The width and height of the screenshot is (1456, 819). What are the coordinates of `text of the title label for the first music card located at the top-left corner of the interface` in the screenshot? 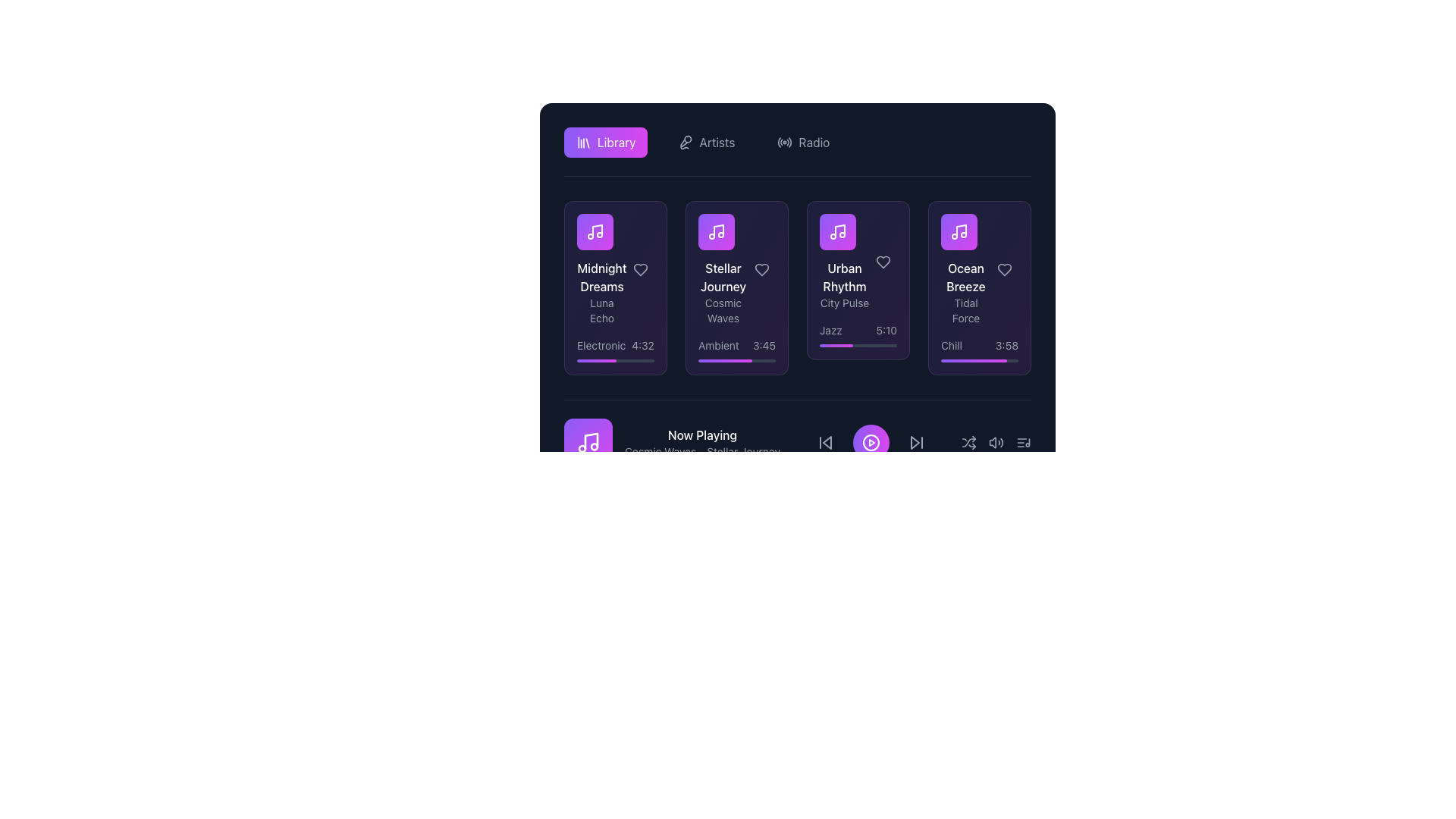 It's located at (601, 278).